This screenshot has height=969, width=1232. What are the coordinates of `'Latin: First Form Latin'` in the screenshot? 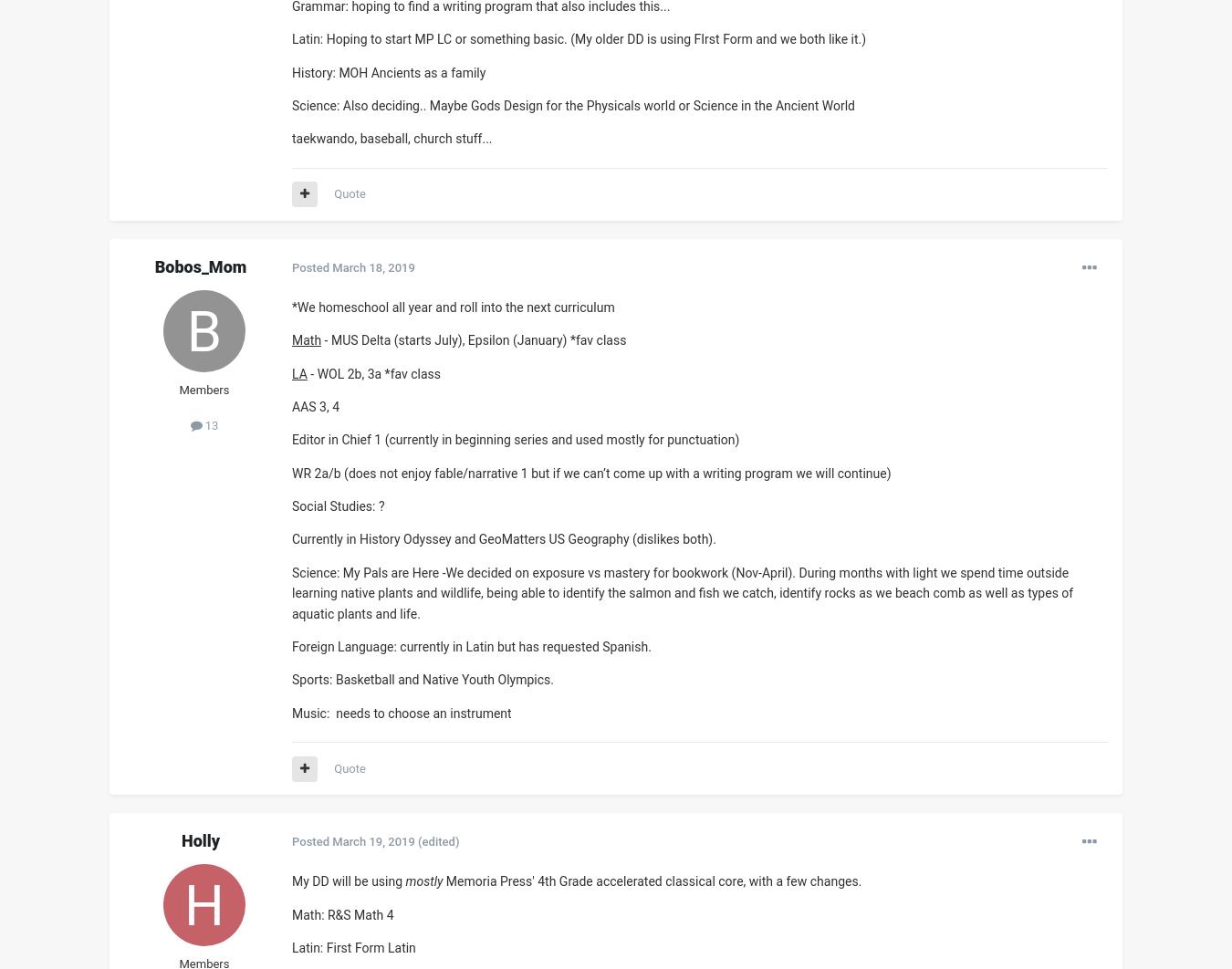 It's located at (353, 945).